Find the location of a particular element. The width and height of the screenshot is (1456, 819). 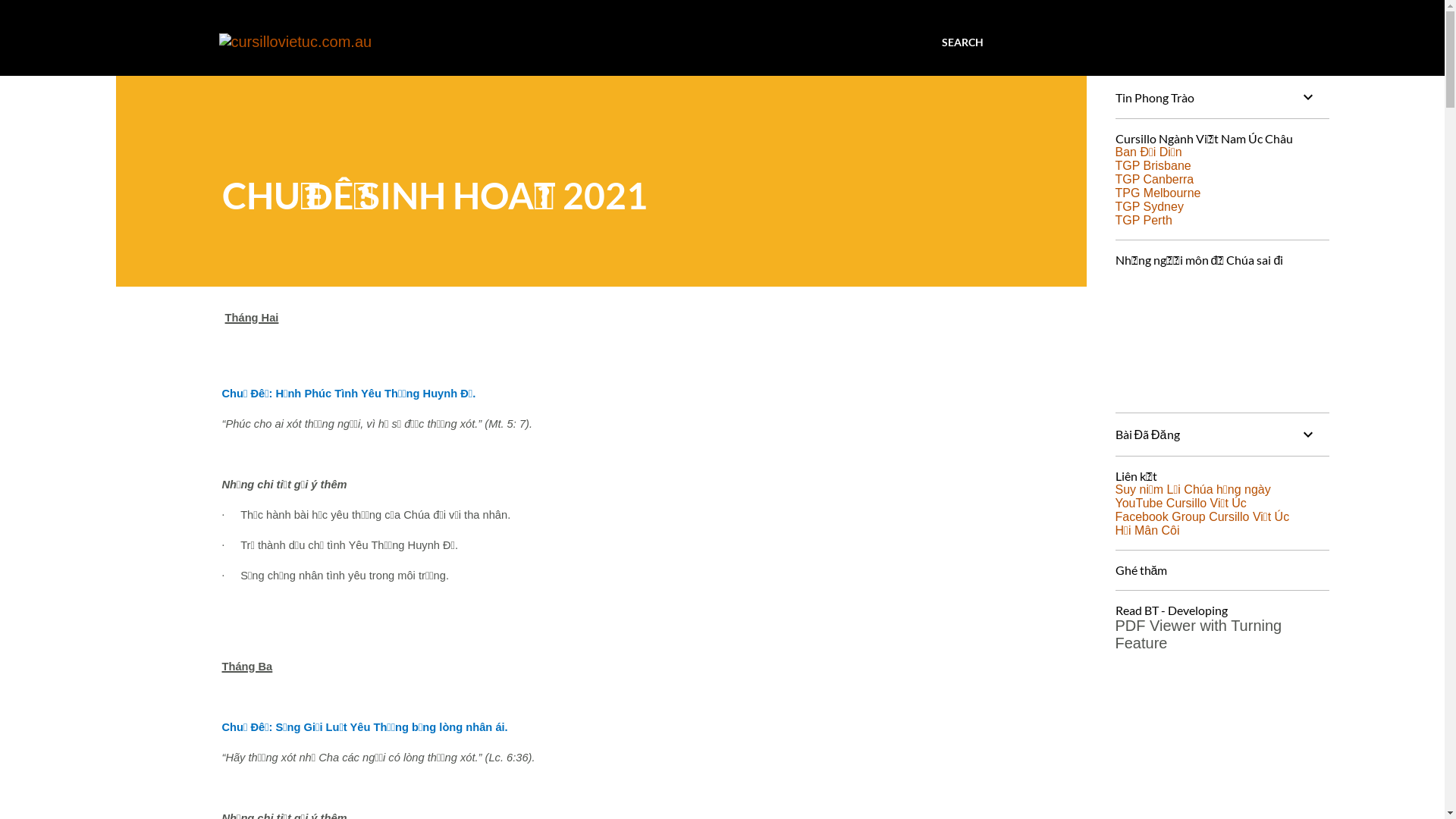

'SEARCH' is located at coordinates (962, 42).